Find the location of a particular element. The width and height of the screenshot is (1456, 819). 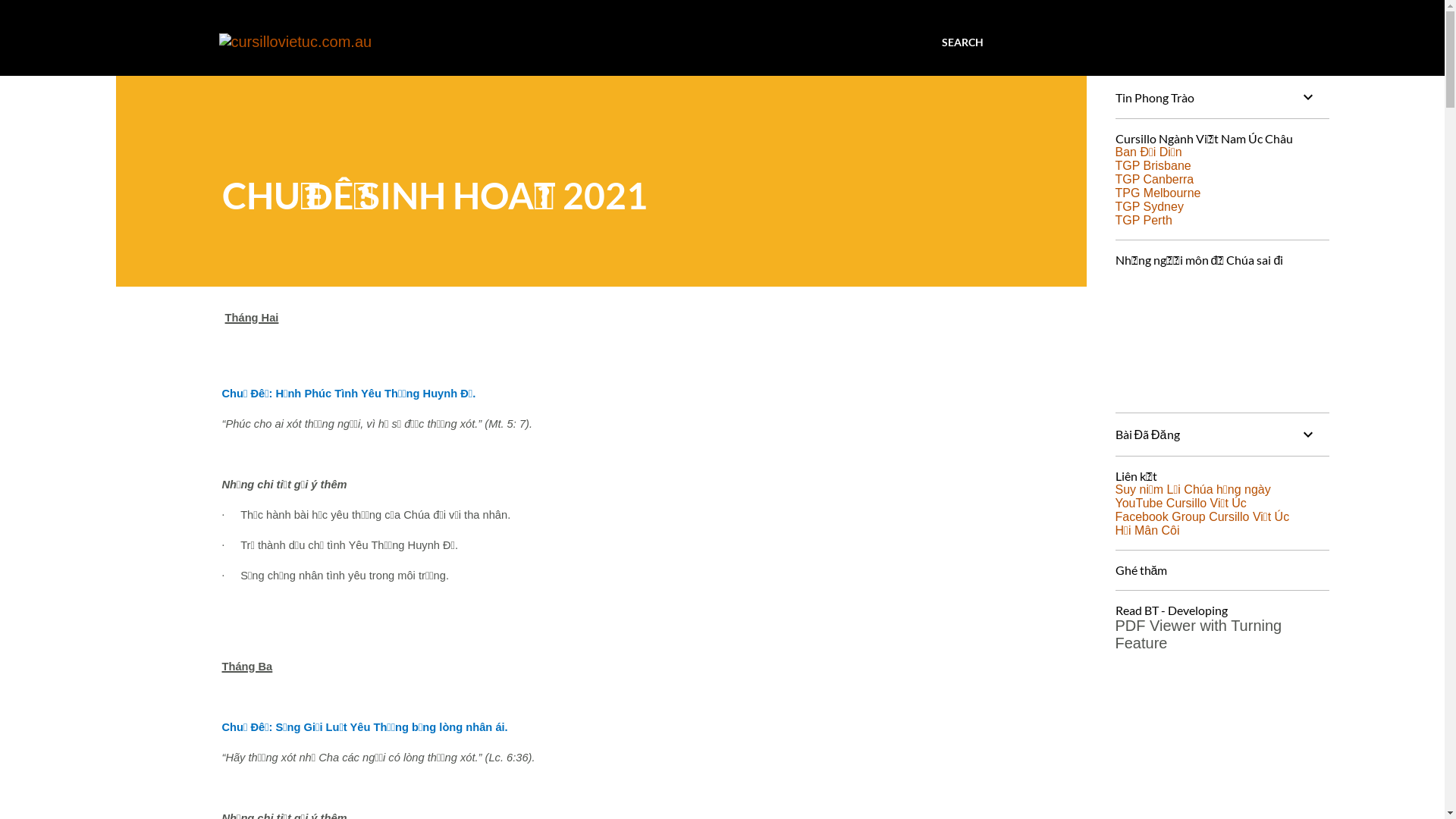

'SEARCH' is located at coordinates (962, 42).